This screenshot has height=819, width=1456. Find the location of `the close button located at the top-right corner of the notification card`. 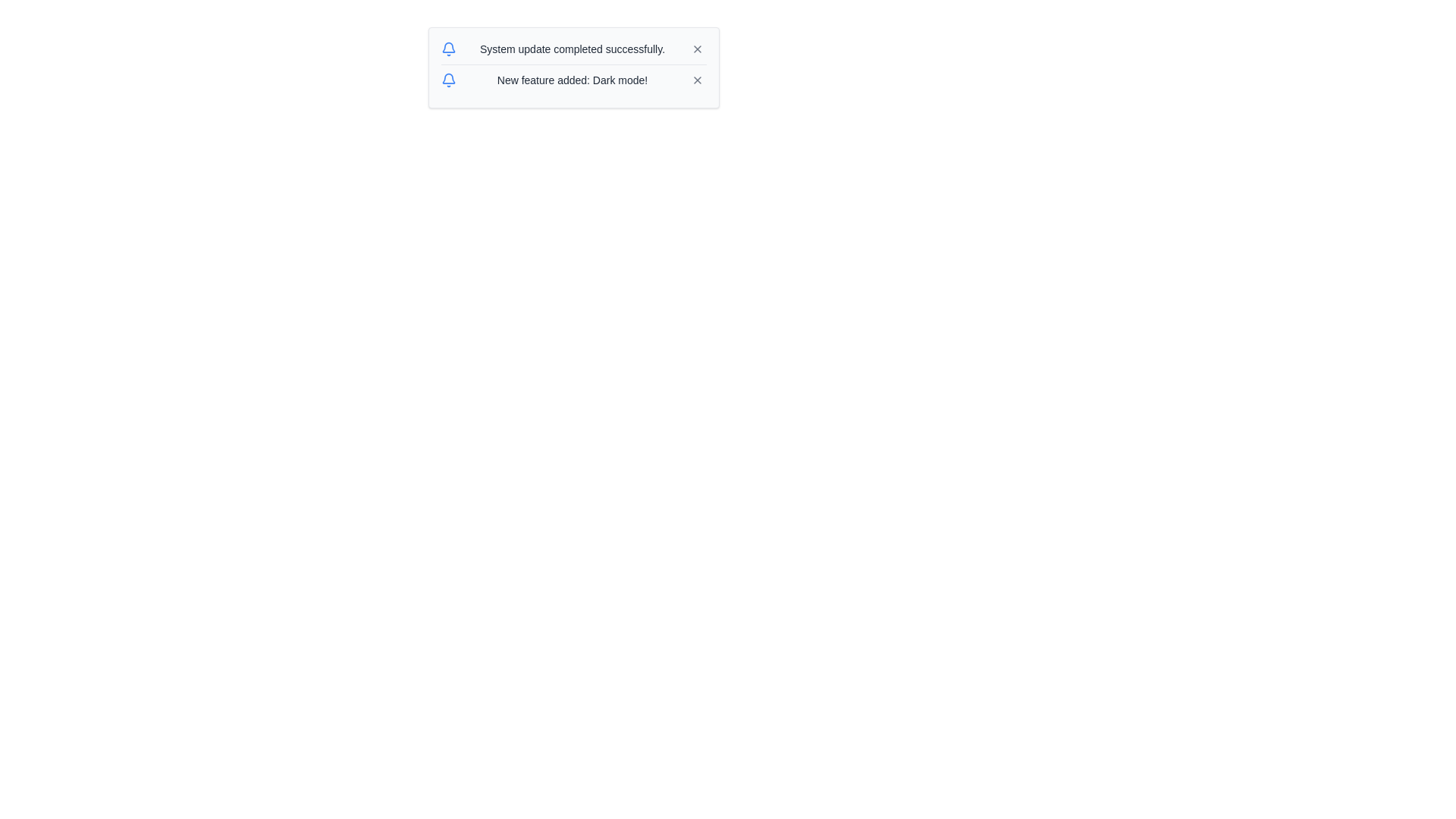

the close button located at the top-right corner of the notification card is located at coordinates (697, 49).